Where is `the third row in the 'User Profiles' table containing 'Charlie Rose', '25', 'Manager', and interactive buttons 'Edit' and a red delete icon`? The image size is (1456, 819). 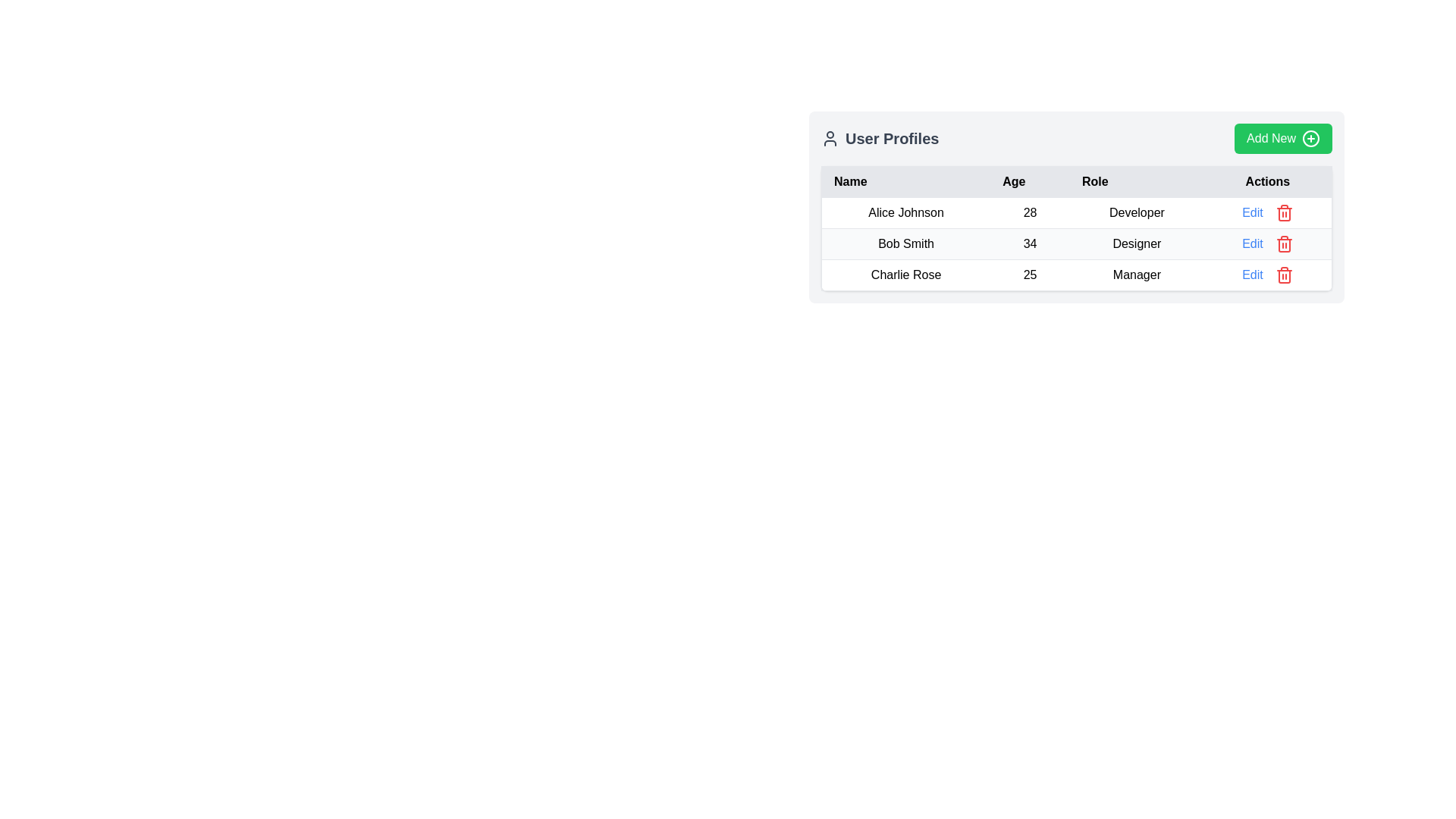
the third row in the 'User Profiles' table containing 'Charlie Rose', '25', 'Manager', and interactive buttons 'Edit' and a red delete icon is located at coordinates (1076, 275).